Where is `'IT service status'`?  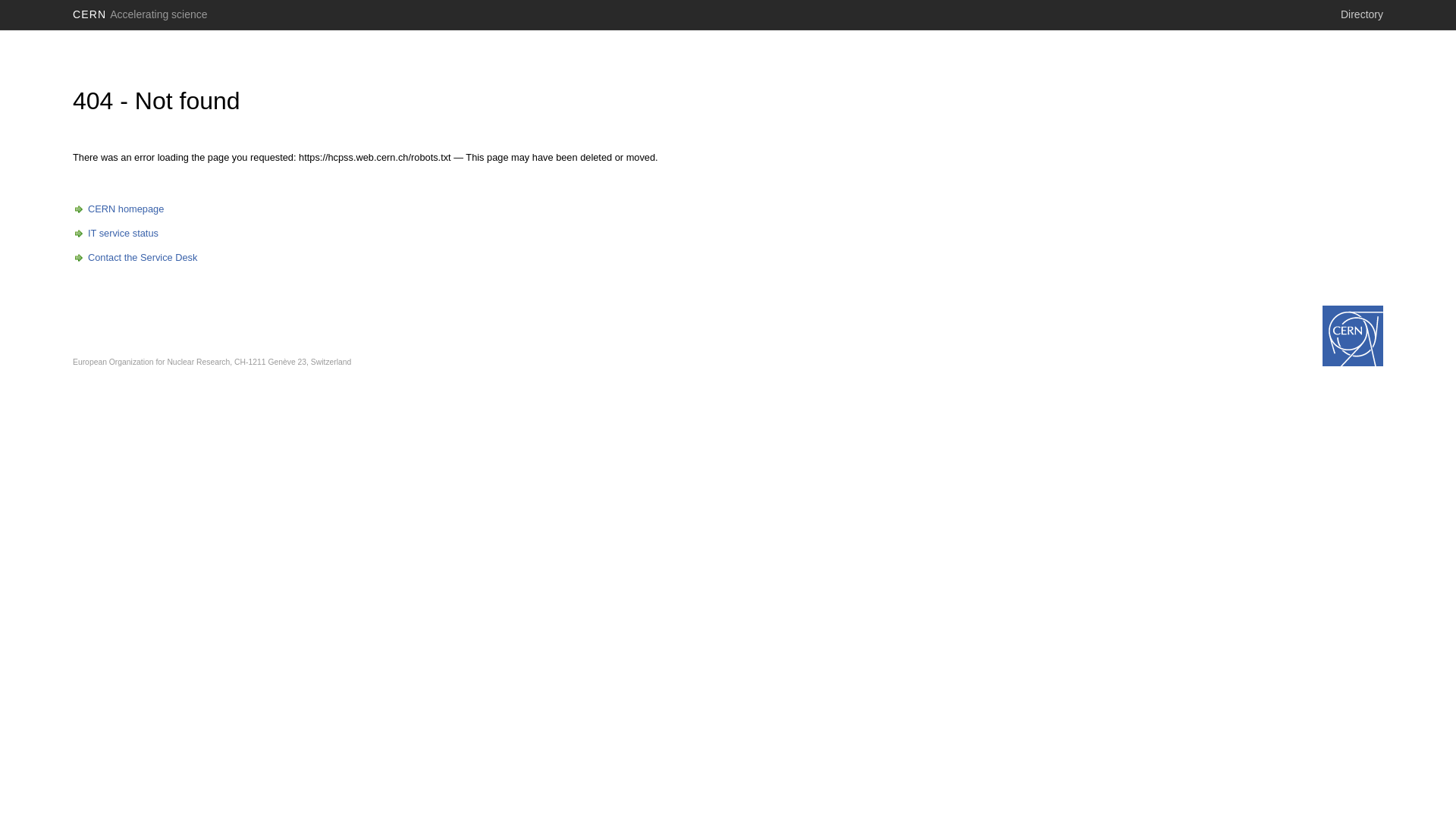
'IT service status' is located at coordinates (115, 233).